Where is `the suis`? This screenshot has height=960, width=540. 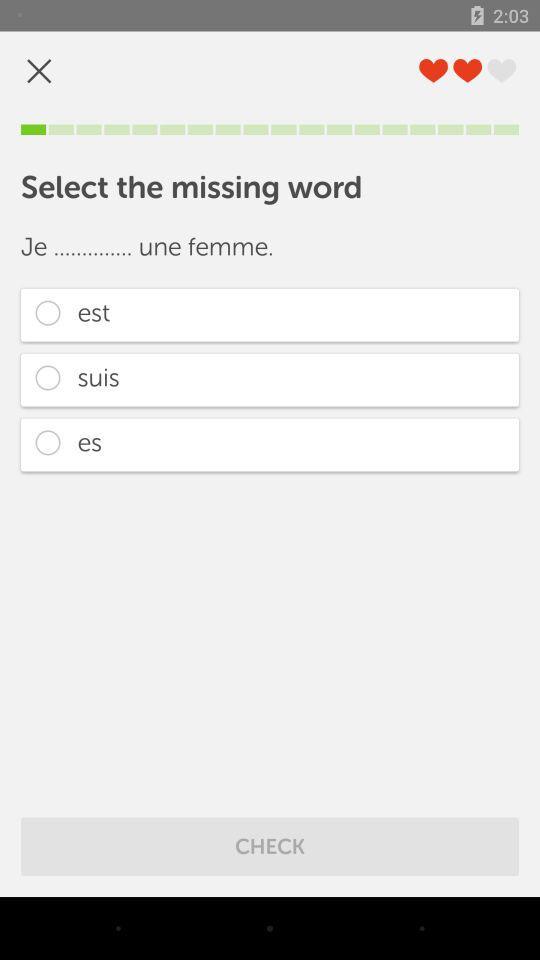 the suis is located at coordinates (270, 379).